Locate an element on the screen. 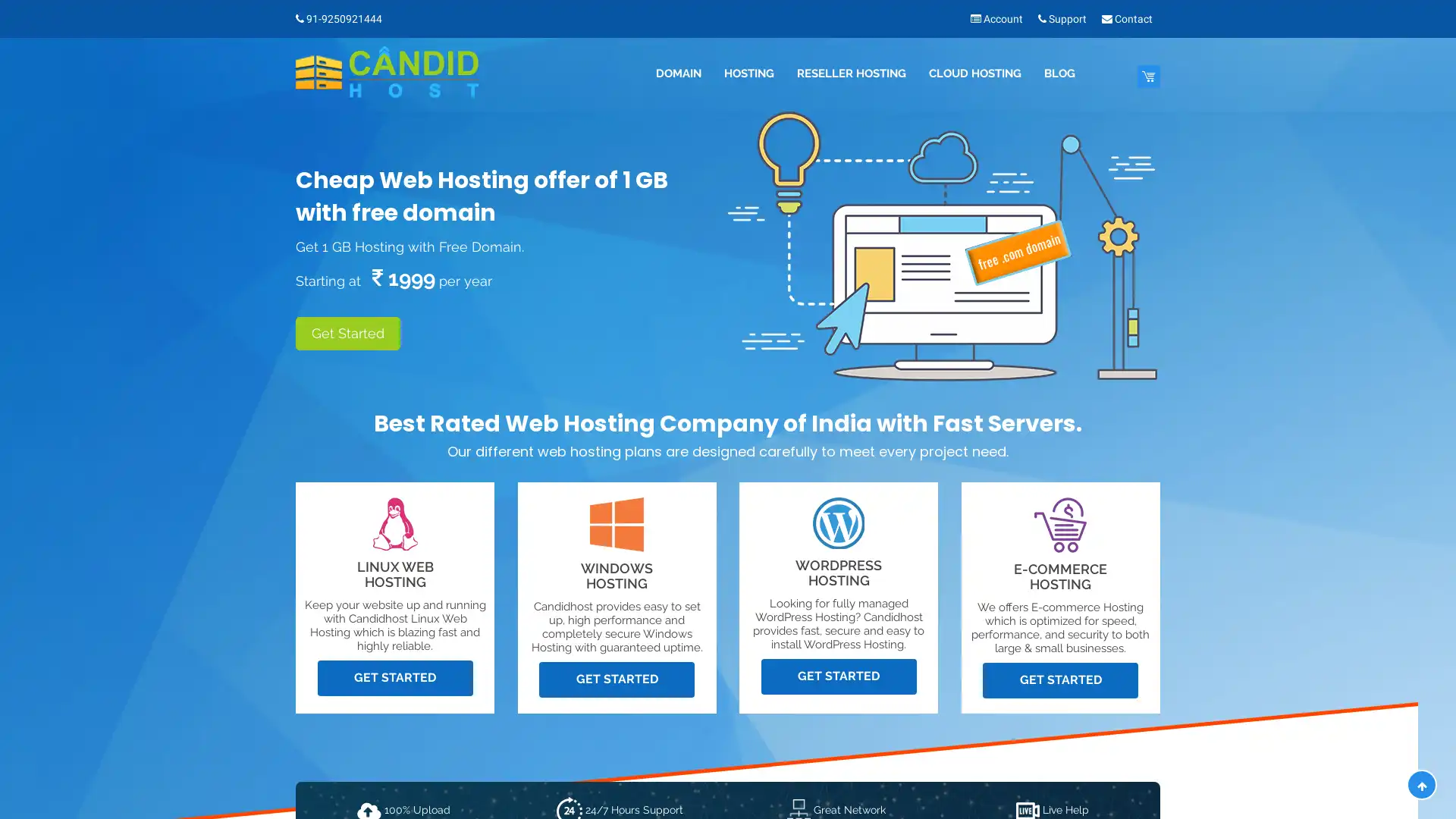  DOMAIN is located at coordinates (676, 74).